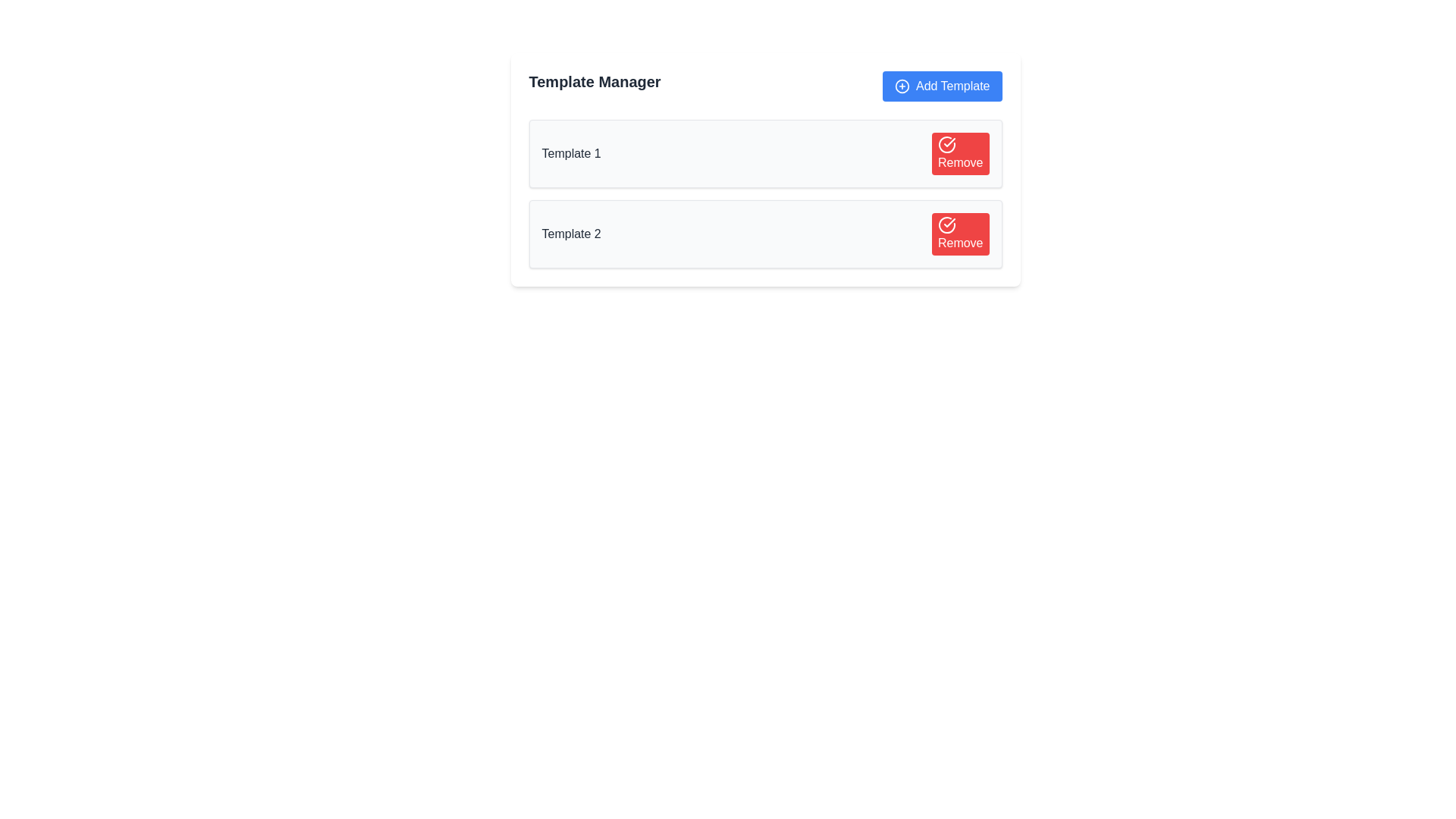  What do you see at coordinates (959, 234) in the screenshot?
I see `the 'Remove' button with a red background and white text reading 'Remove'` at bounding box center [959, 234].